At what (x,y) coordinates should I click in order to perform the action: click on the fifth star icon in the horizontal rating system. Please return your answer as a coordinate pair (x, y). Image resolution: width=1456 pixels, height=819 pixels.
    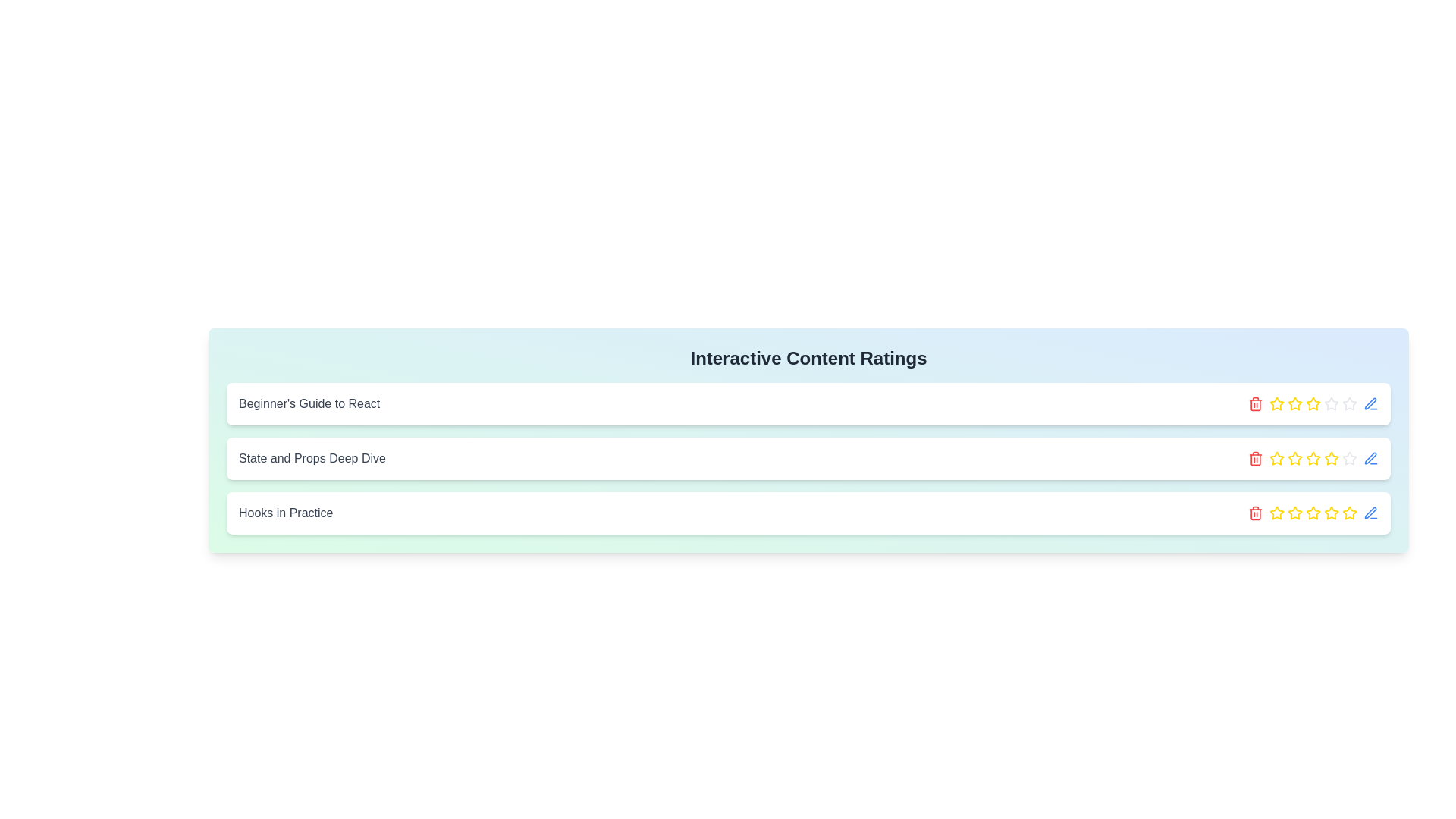
    Looking at the image, I should click on (1331, 458).